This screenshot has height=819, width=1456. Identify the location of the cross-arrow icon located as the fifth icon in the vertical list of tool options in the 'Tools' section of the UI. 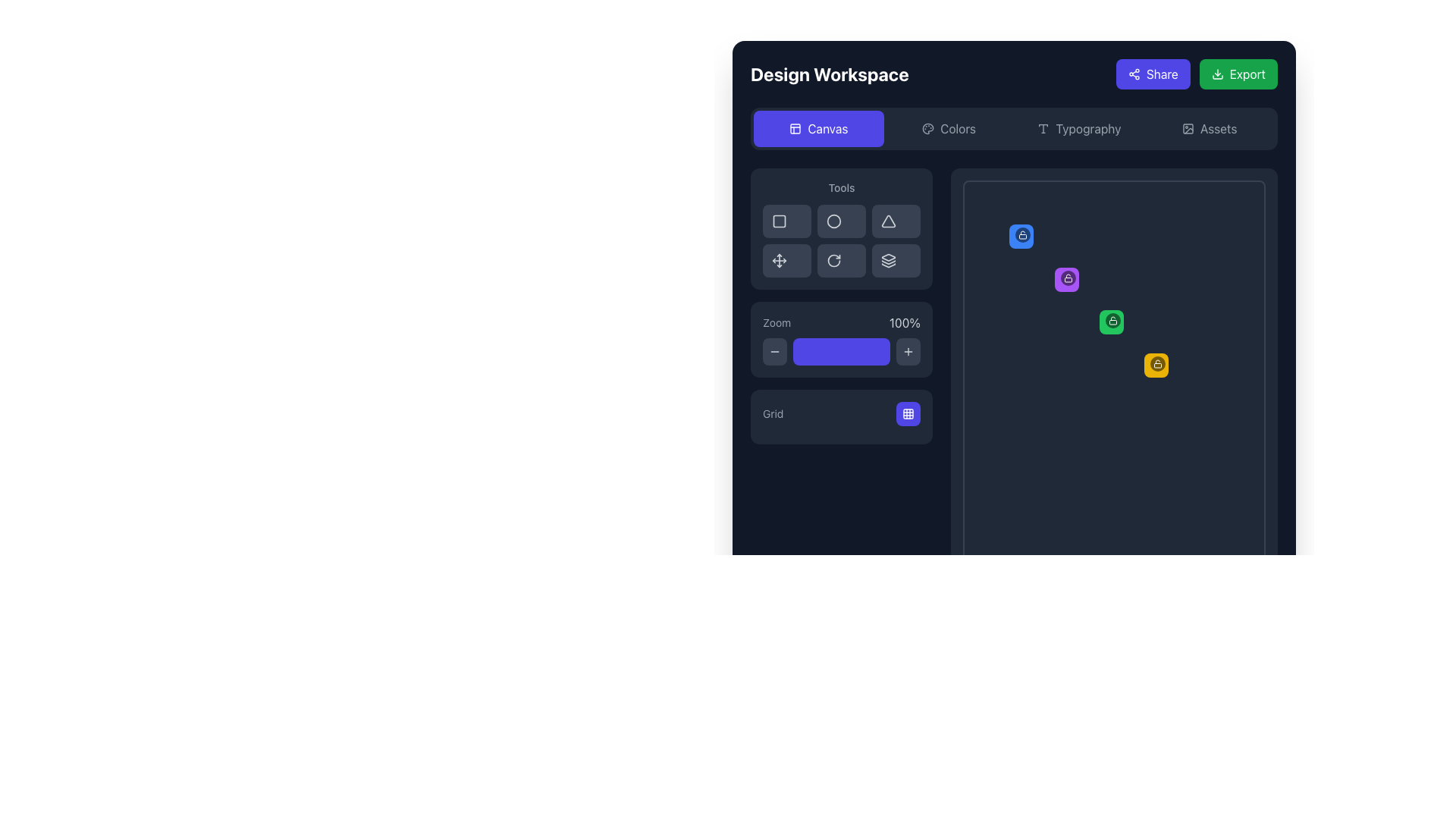
(779, 259).